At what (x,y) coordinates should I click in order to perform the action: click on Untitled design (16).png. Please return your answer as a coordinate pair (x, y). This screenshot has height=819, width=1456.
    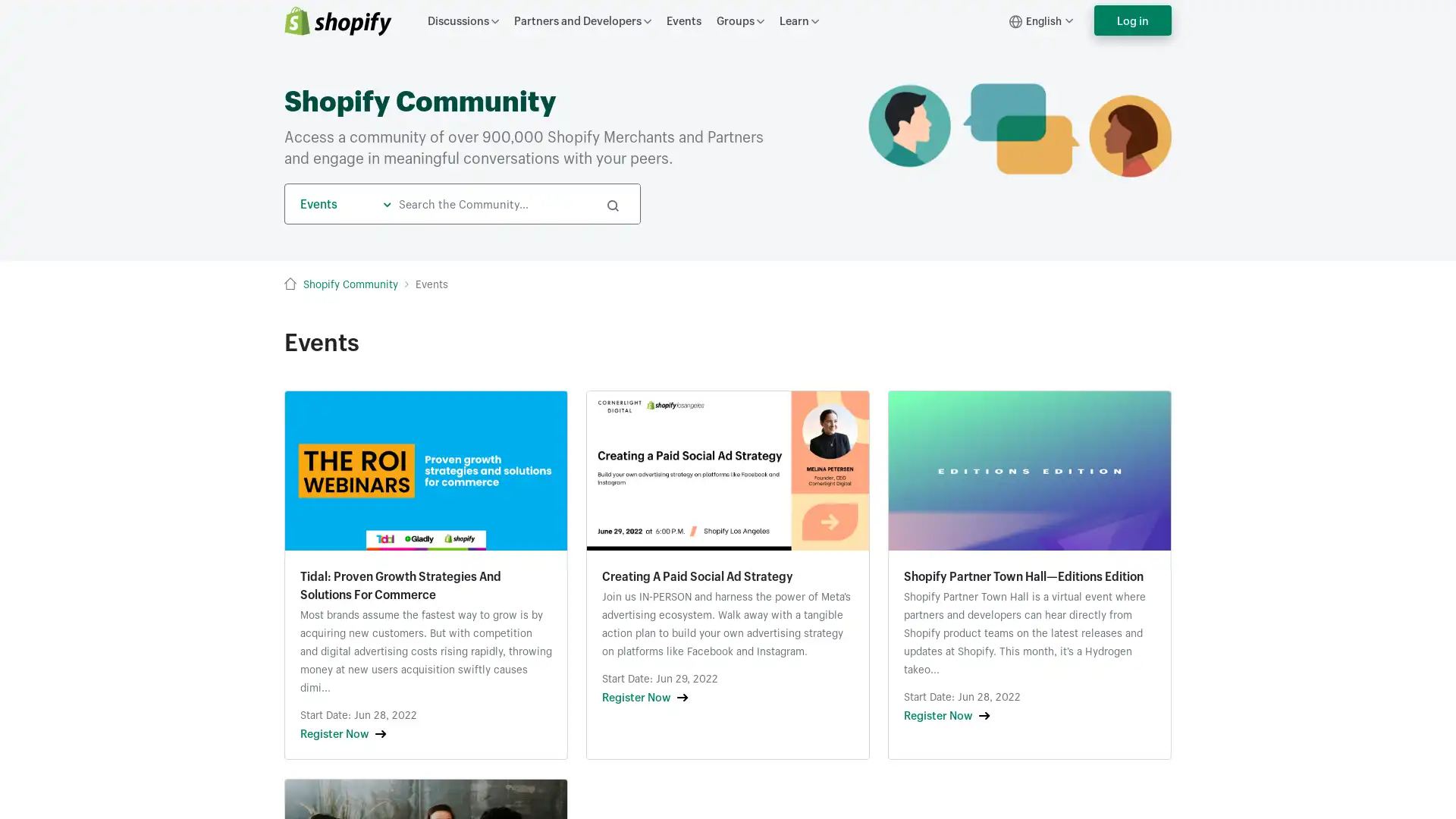
    Looking at the image, I should click on (425, 470).